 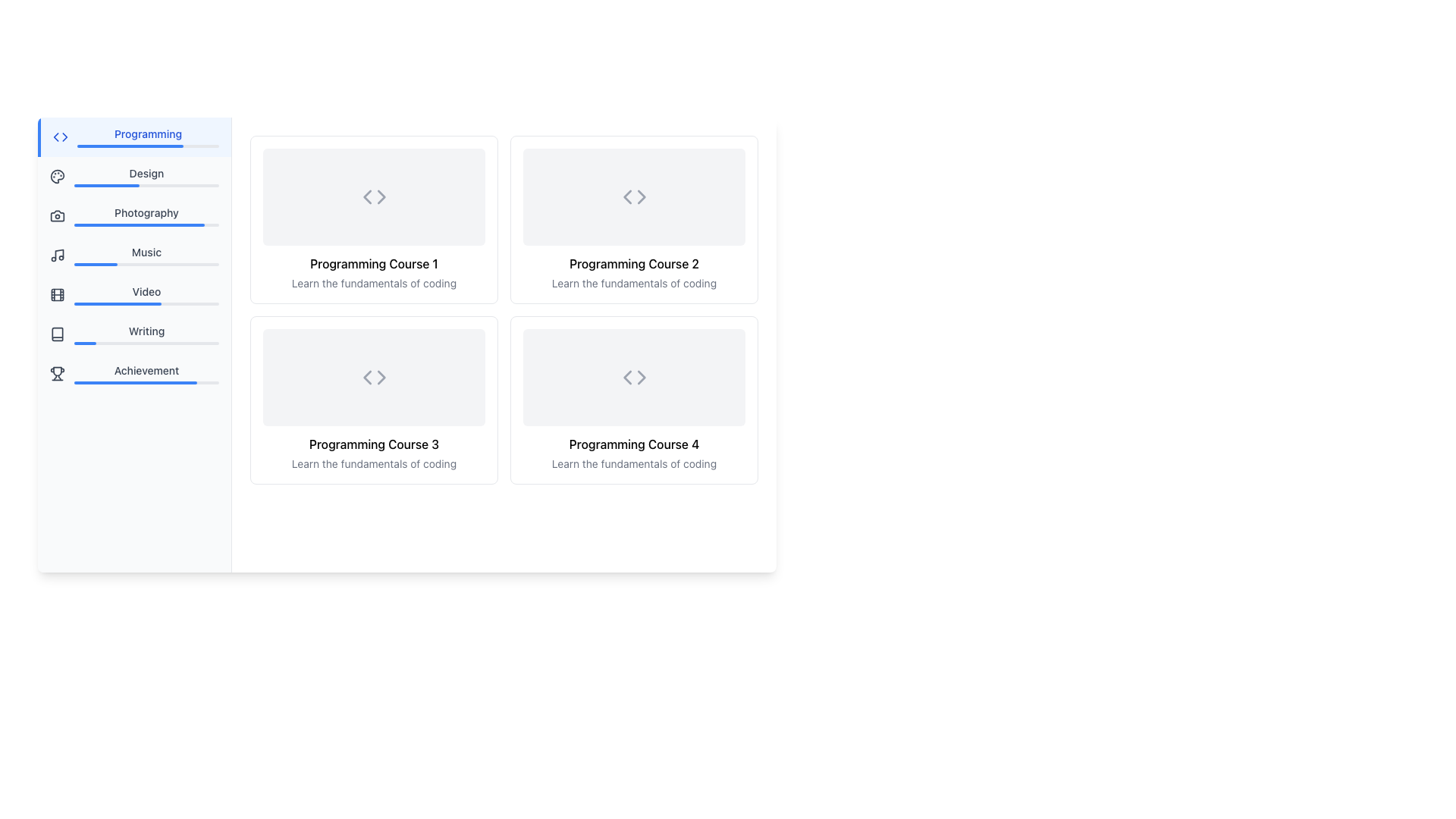 I want to click on the placeholder visual indicator, a light-gray rectangular box with rounded edges and a coding symbol icon '<>' centered within it, located in the grid layout above 'Programming Course 3', so click(x=374, y=376).